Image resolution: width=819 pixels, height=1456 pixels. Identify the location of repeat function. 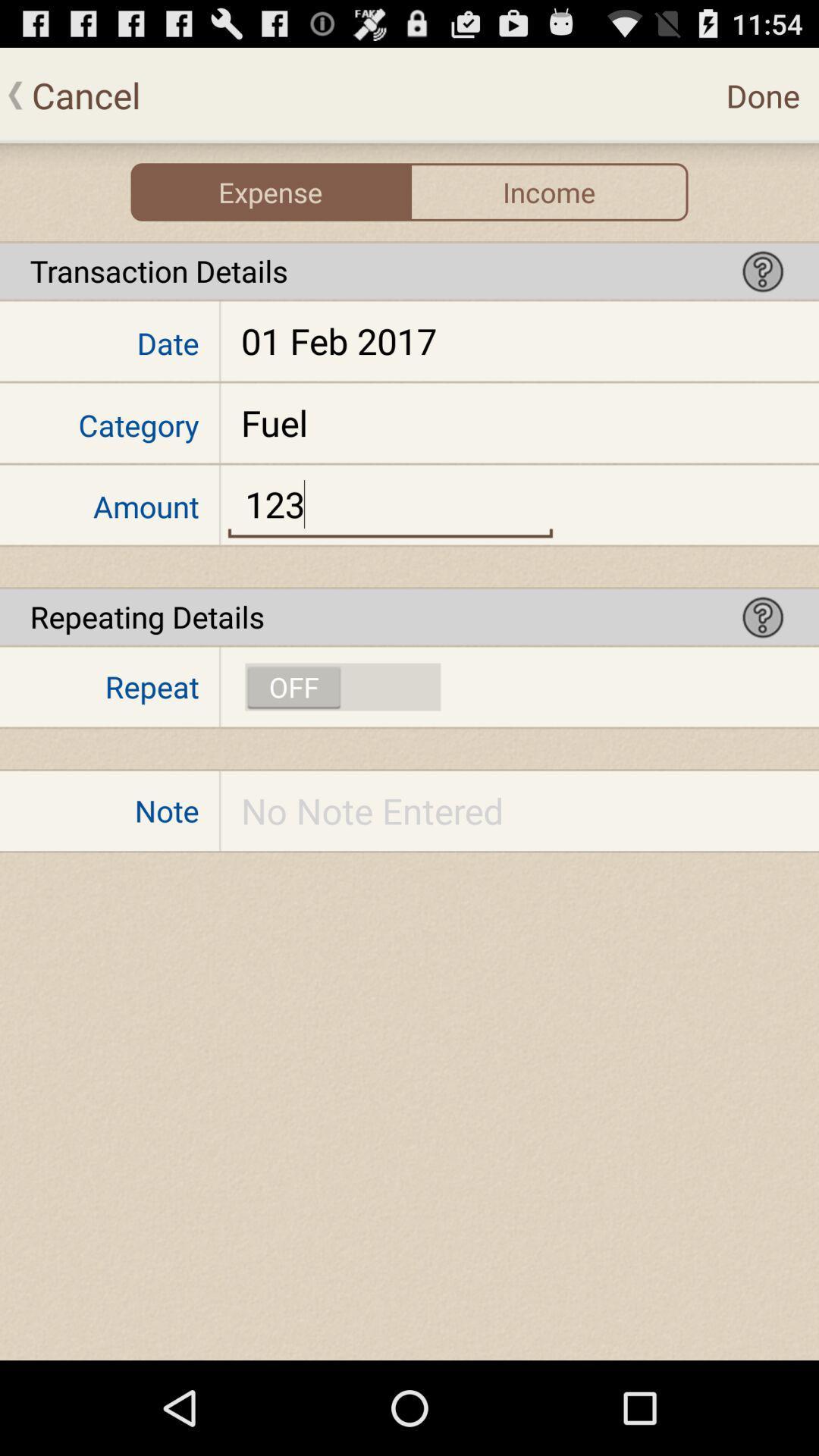
(343, 686).